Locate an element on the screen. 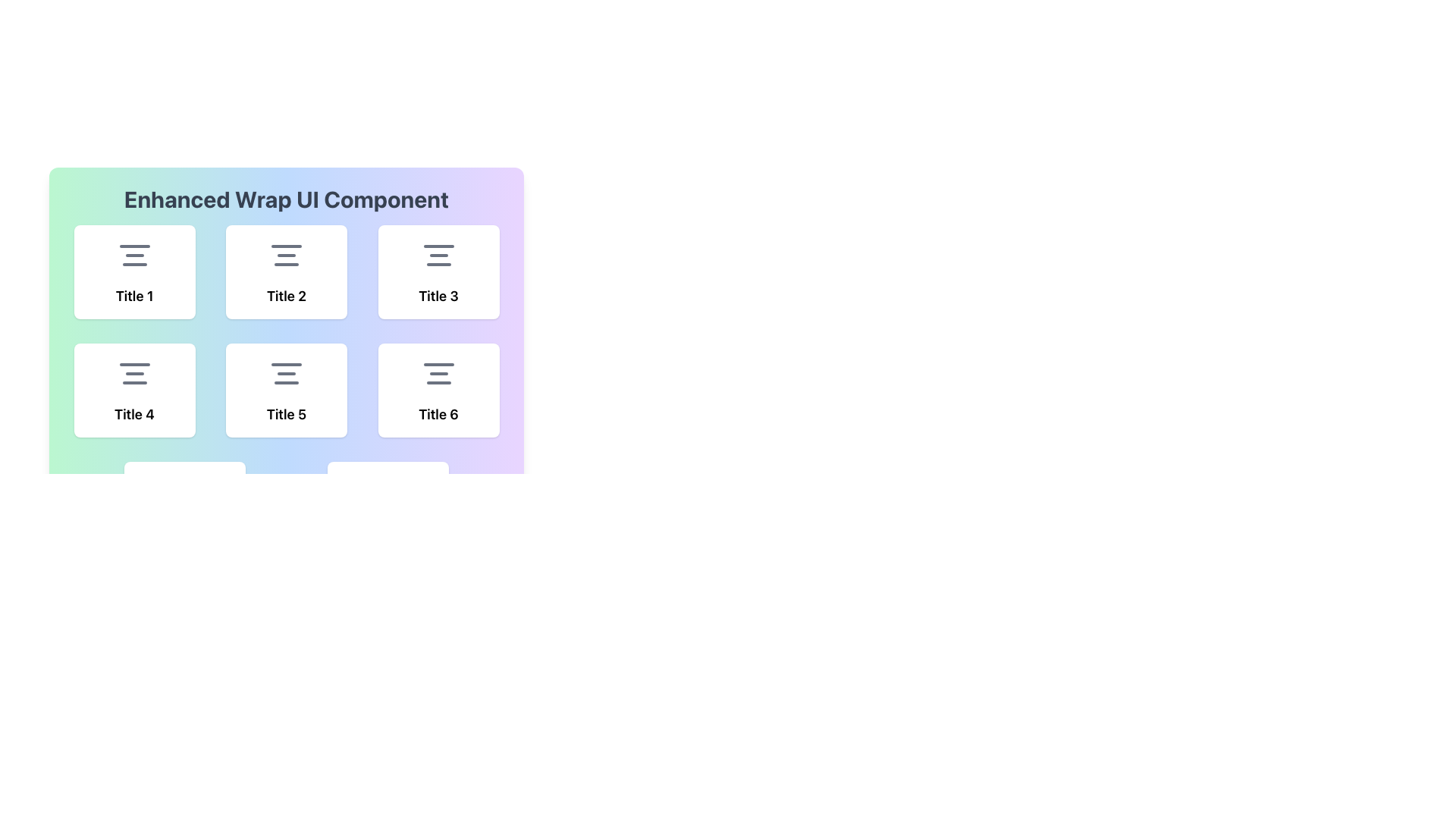 The width and height of the screenshot is (1456, 819). the rectangular card with a white background, featuring an icon of parallel lines and bold text 'Title 2', located as the second item in the first row of a 3x2 grid is located at coordinates (287, 311).